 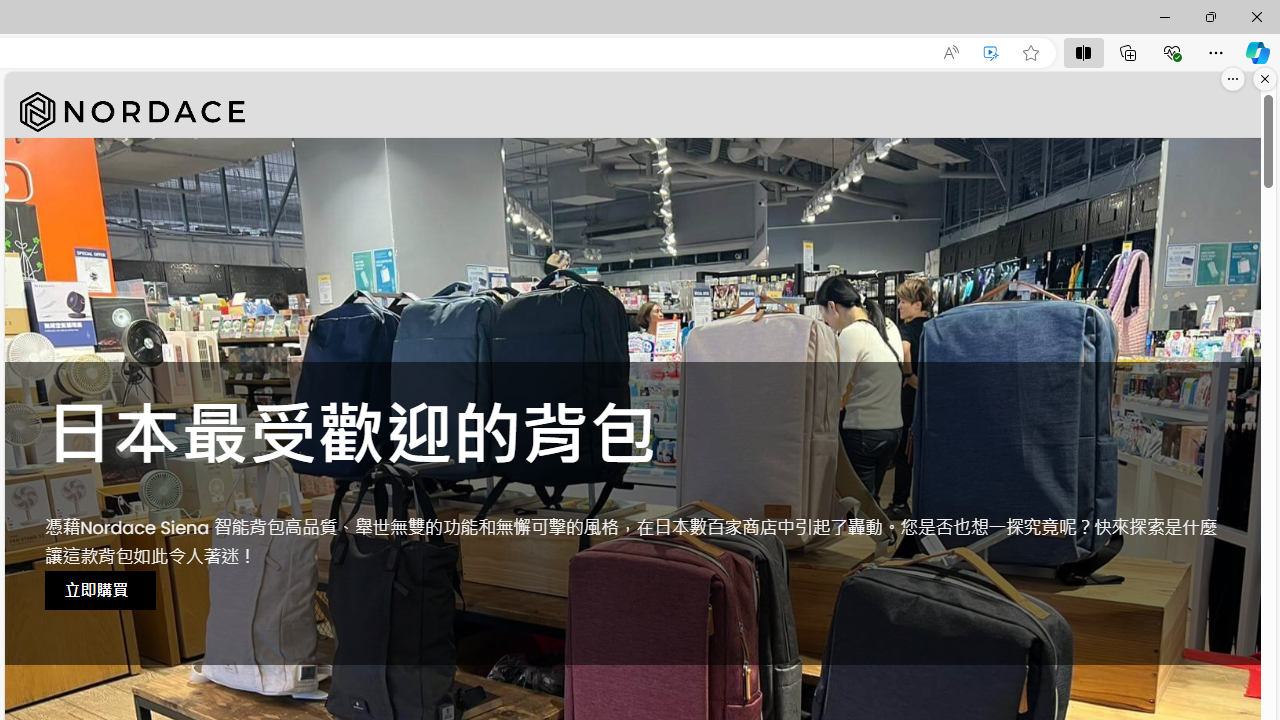 What do you see at coordinates (1232, 78) in the screenshot?
I see `'More options.'` at bounding box center [1232, 78].